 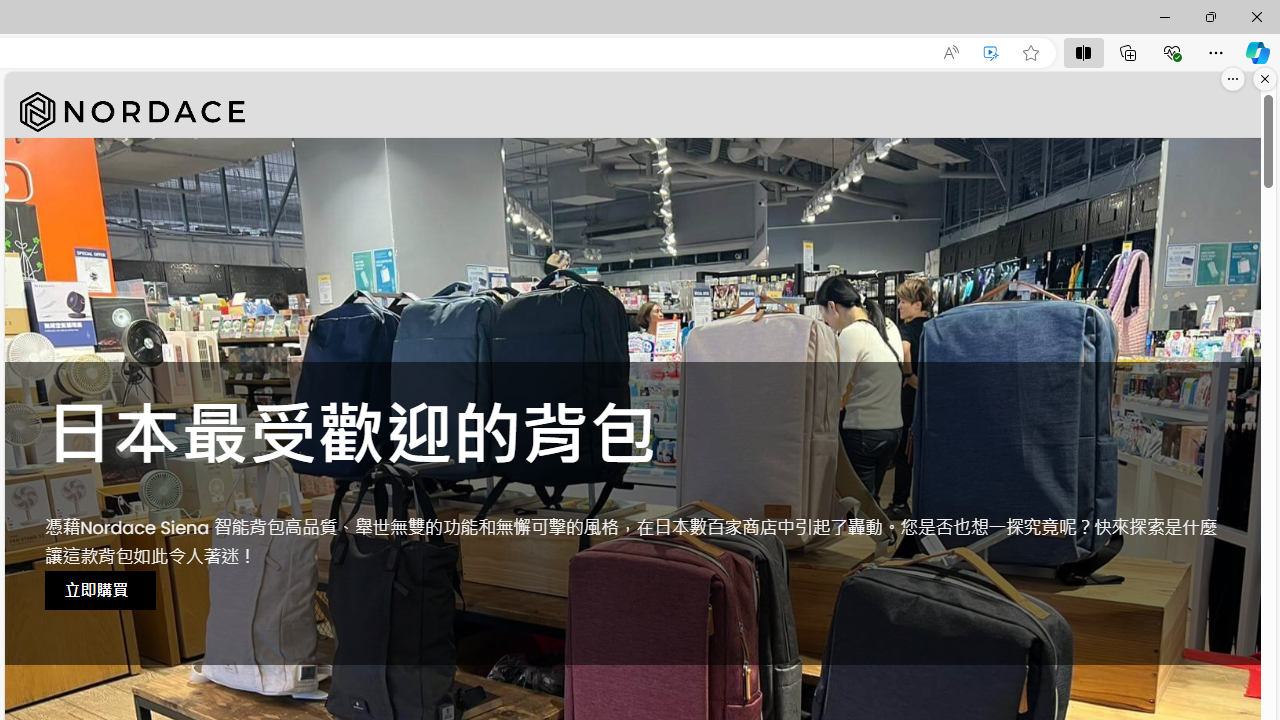 What do you see at coordinates (1232, 78) in the screenshot?
I see `'More options.'` at bounding box center [1232, 78].